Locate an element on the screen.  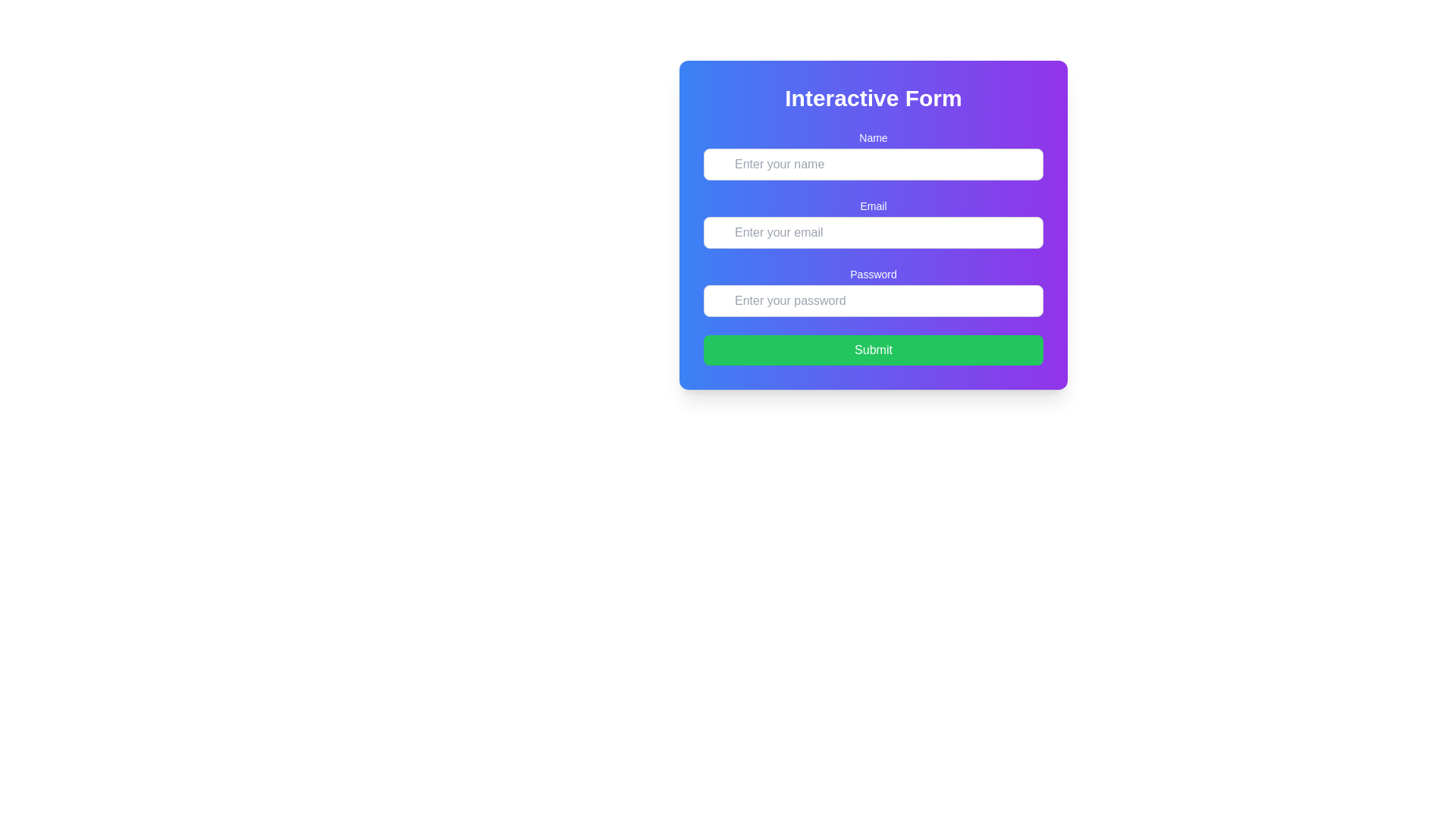
the third password input field located below the 'Email' field and above the 'Submit' button to type a password is located at coordinates (874, 292).